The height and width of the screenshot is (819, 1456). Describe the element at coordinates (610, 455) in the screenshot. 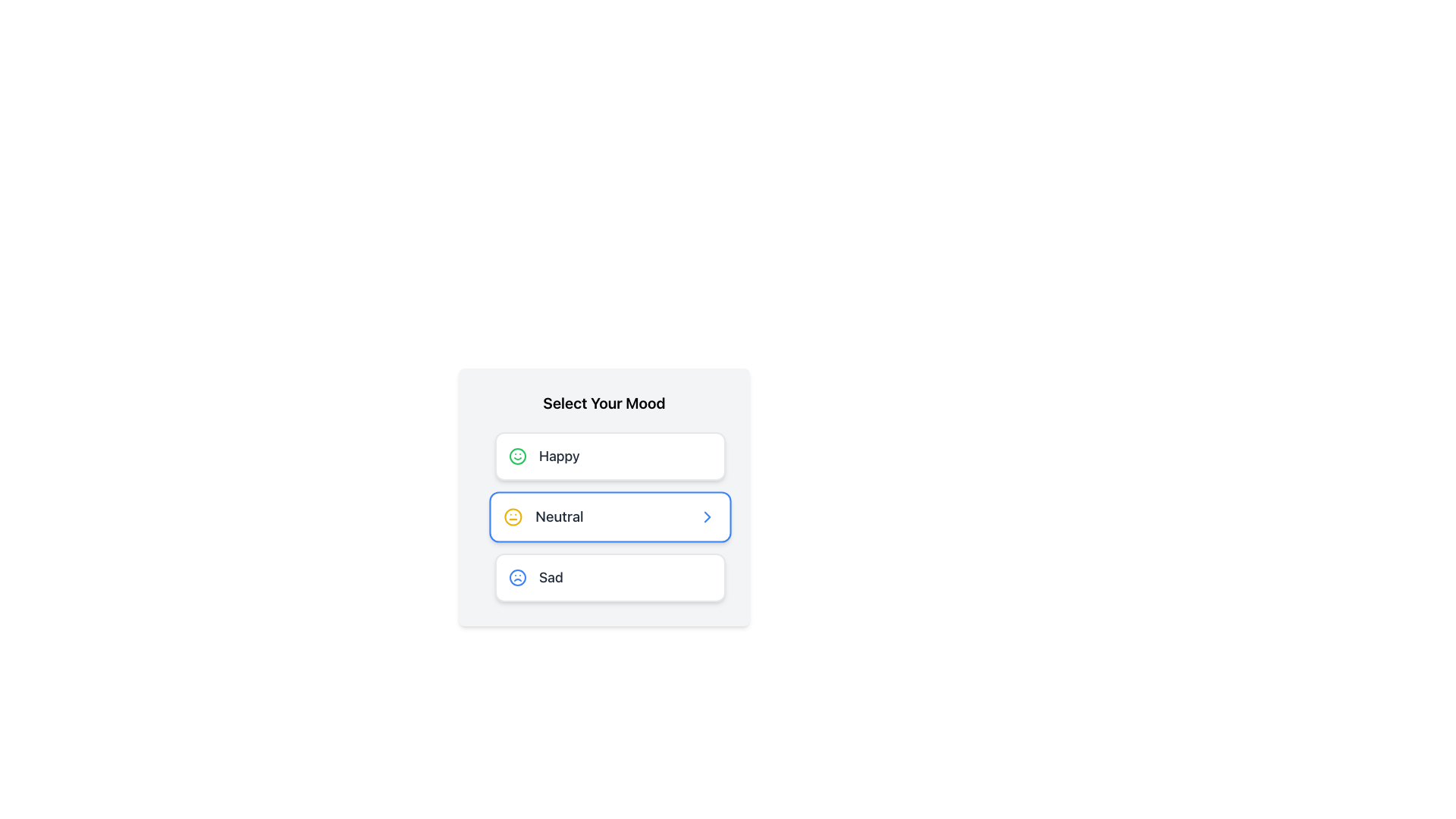

I see `the 'Happy' mood selectable option to focus or highlight it, which is the first item in the list of mood options under 'Select Your Mood'` at that location.